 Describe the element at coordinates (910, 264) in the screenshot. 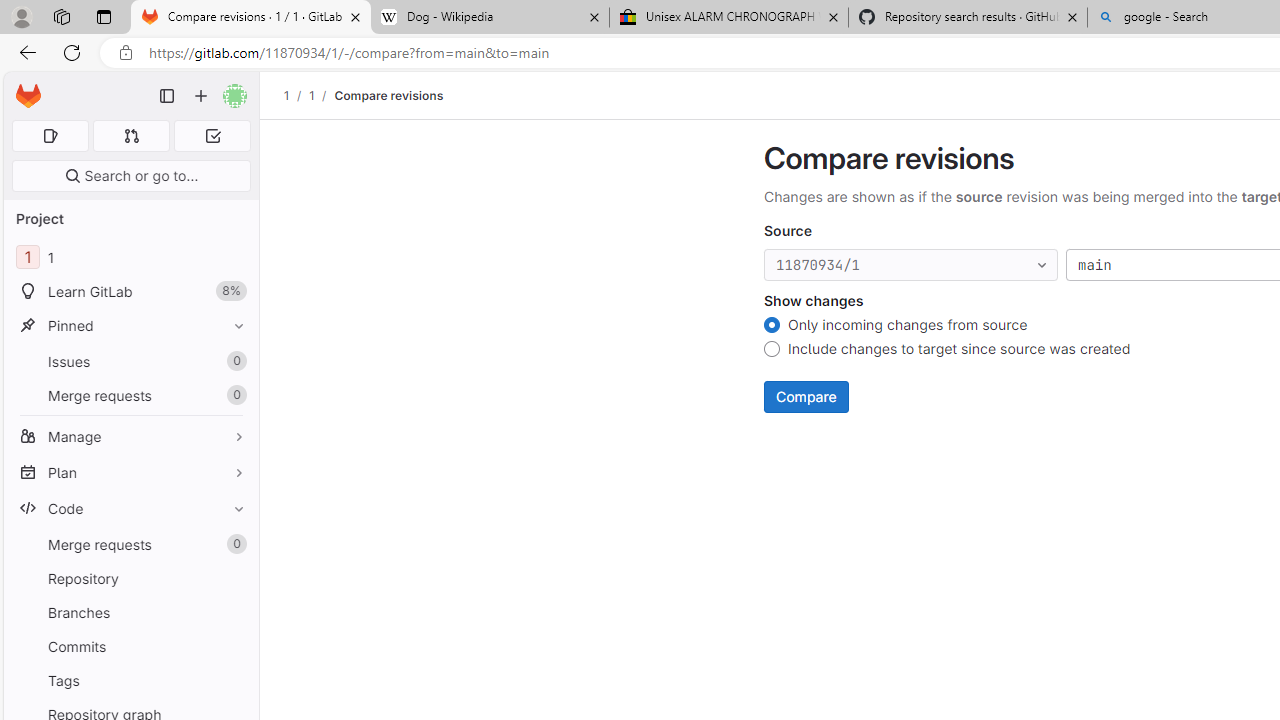

I see `'11870934/1'` at that location.